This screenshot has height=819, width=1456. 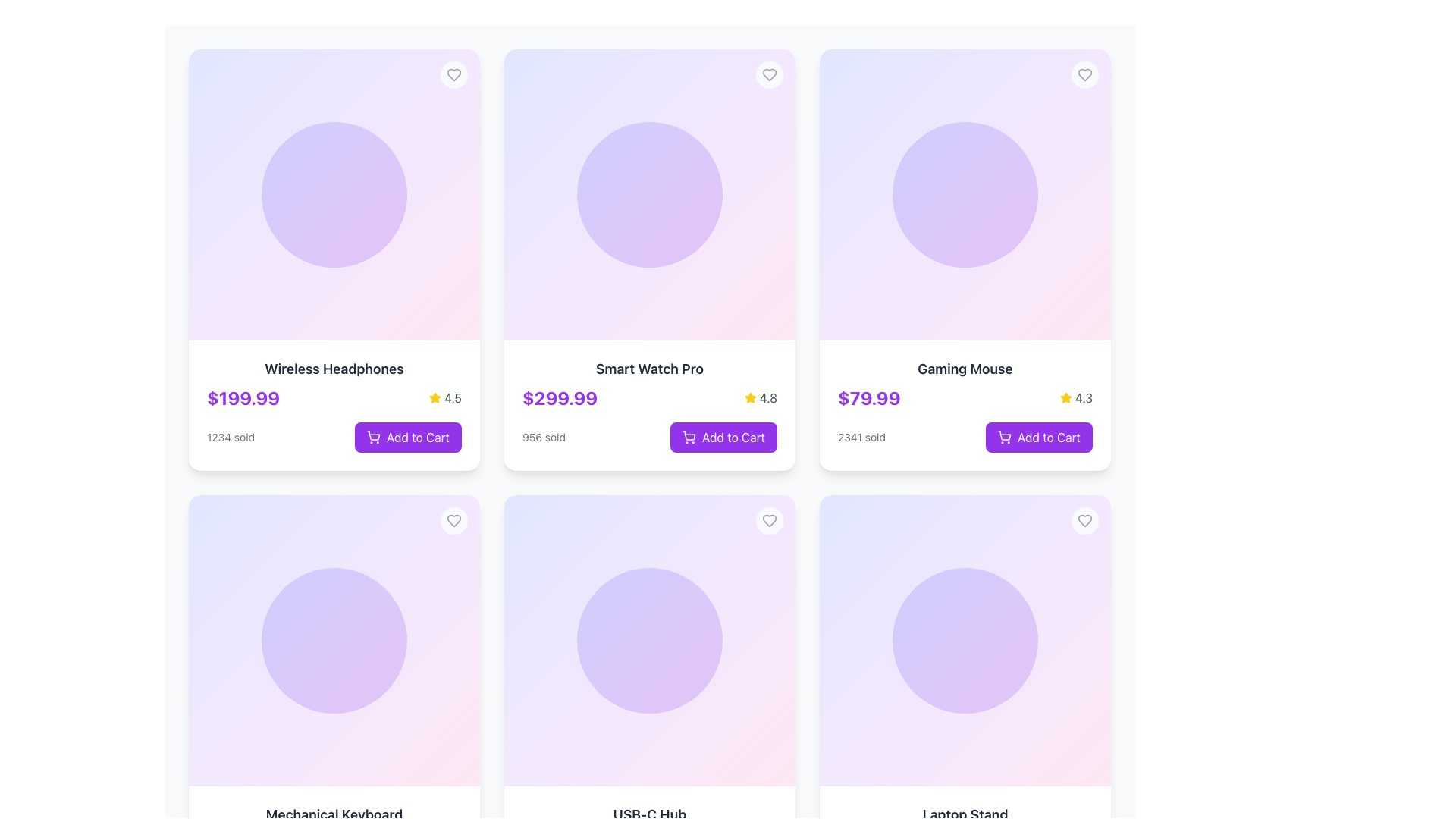 What do you see at coordinates (1084, 75) in the screenshot?
I see `the favorite/wish list icon located at the top-right corner of the 'Gaming Mouse' card` at bounding box center [1084, 75].